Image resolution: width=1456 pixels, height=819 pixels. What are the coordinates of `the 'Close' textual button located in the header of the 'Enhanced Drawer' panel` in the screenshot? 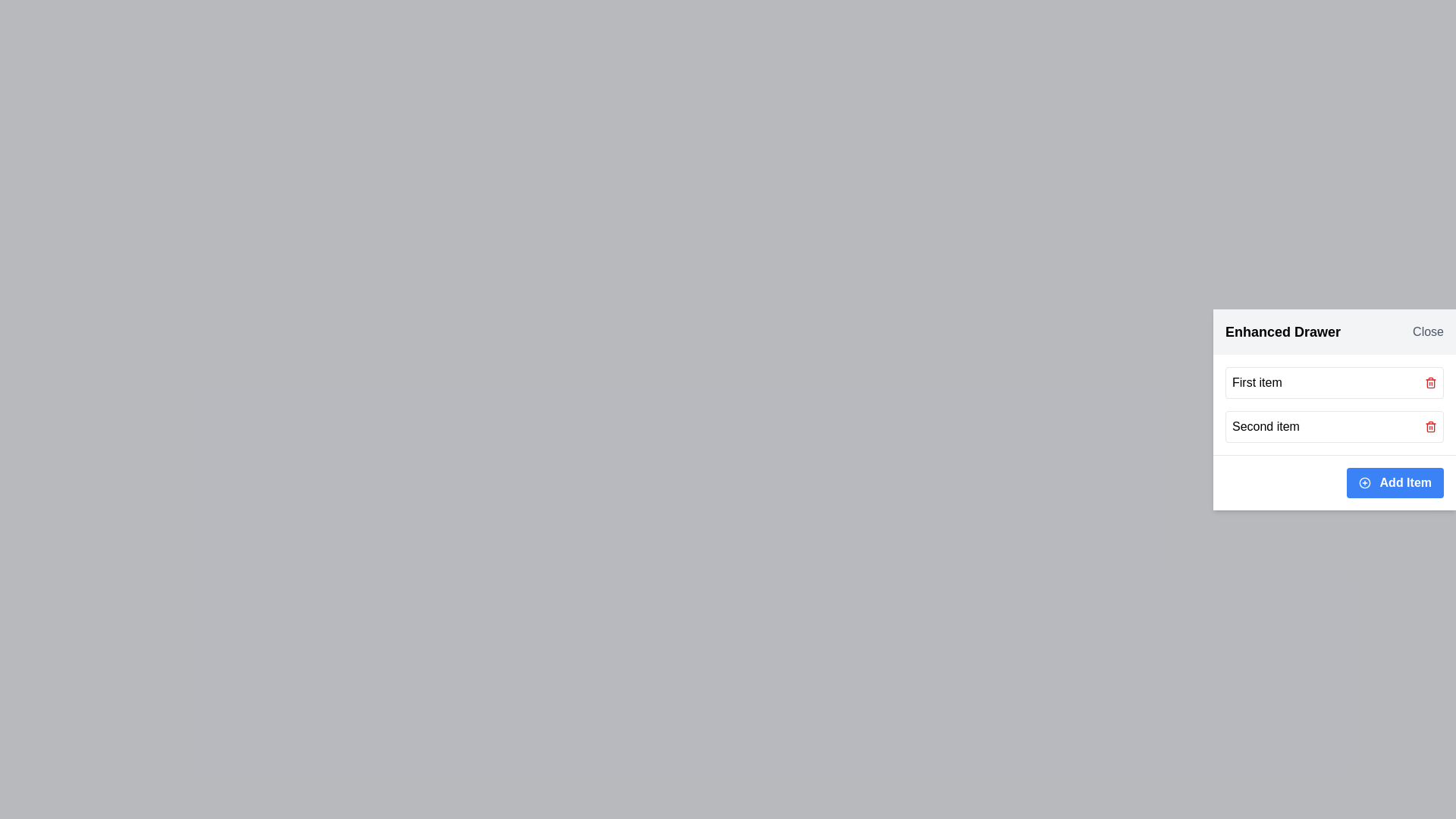 It's located at (1427, 331).